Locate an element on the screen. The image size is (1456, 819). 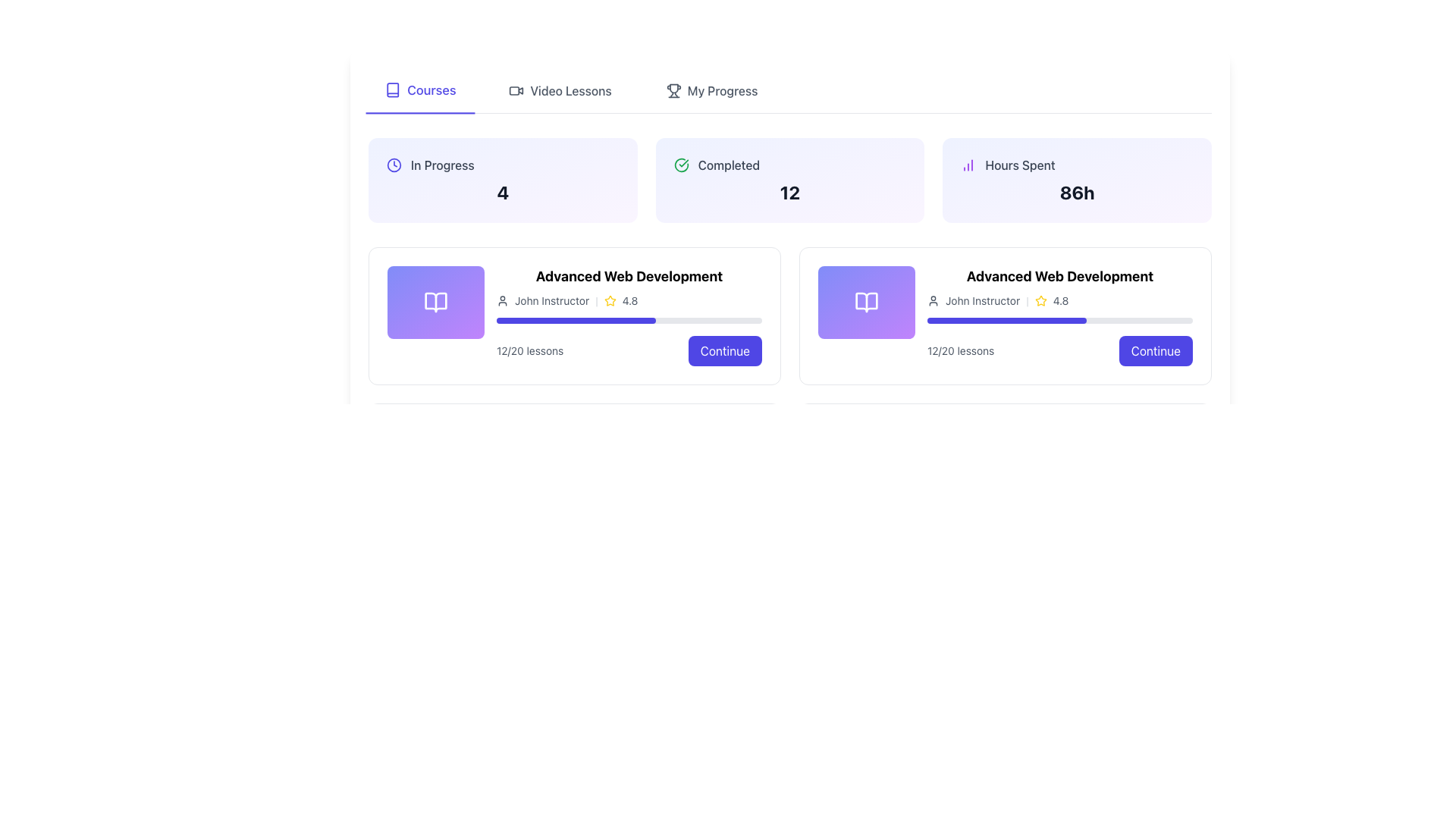
the textual separator element that visually separates the instructor's name from the rating value, located in the center-right area of the layout is located at coordinates (1027, 301).